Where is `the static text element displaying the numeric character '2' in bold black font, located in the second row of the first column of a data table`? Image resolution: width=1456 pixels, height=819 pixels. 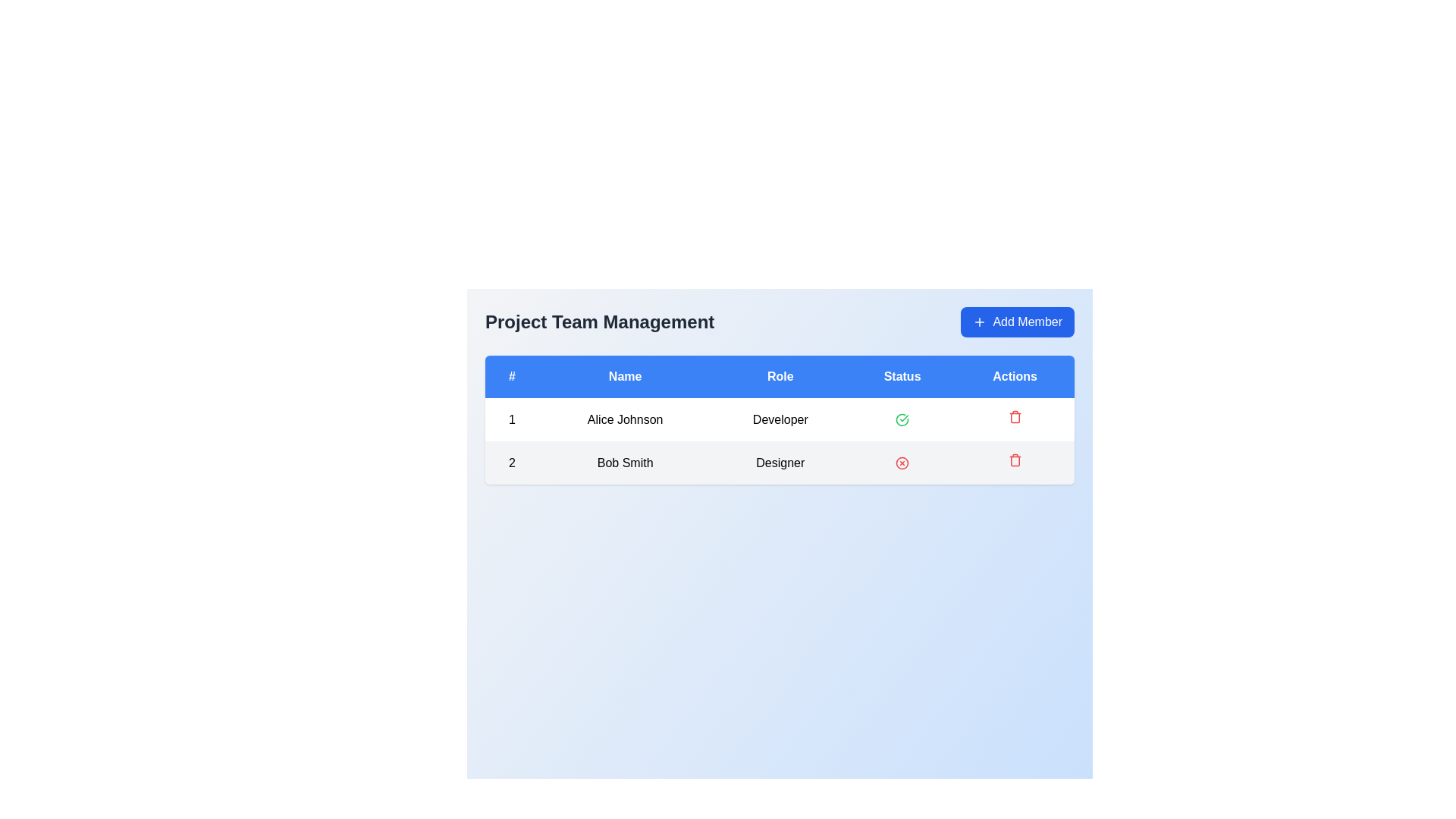 the static text element displaying the numeric character '2' in bold black font, located in the second row of the first column of a data table is located at coordinates (512, 462).